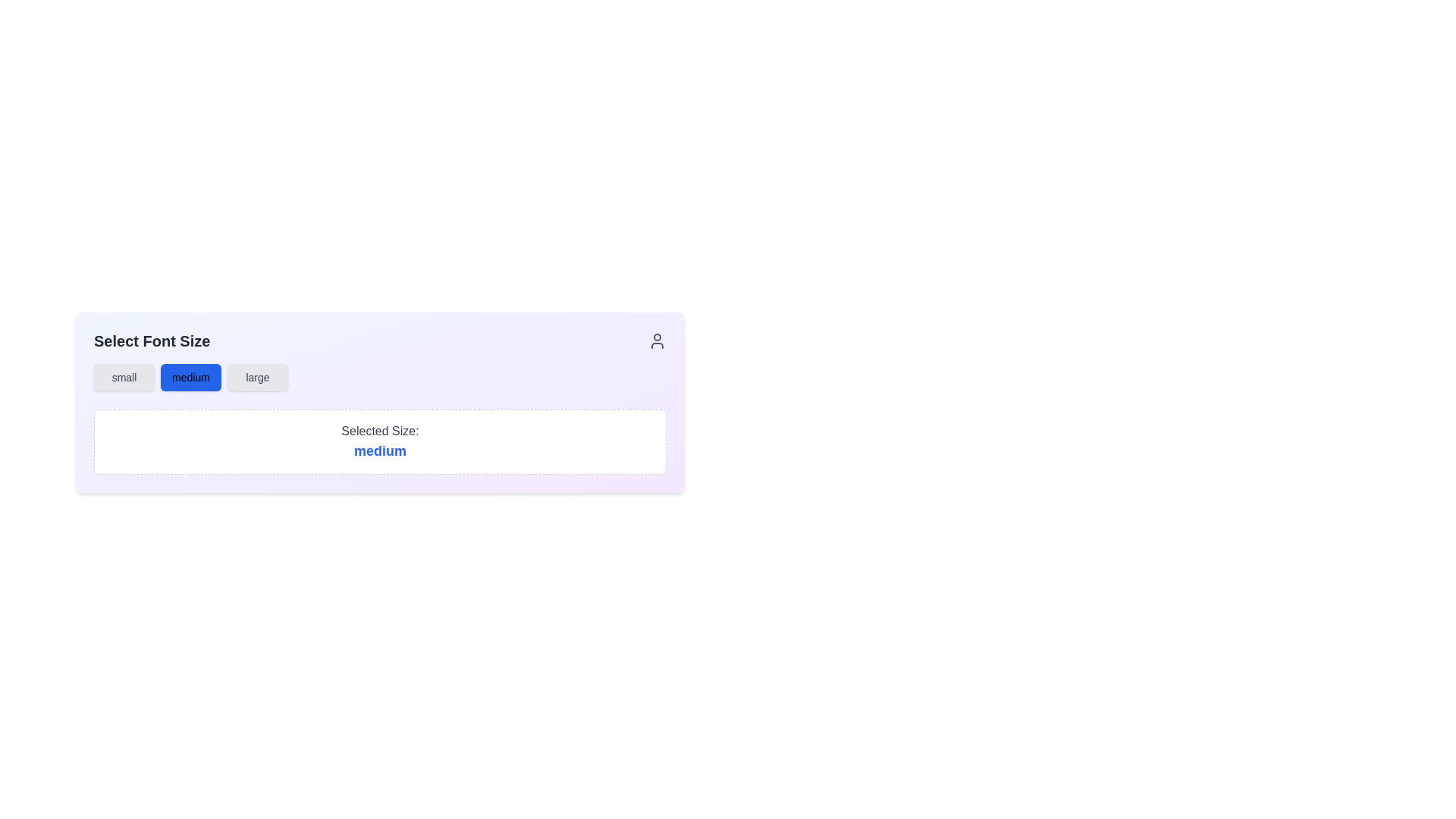 The width and height of the screenshot is (1456, 819). What do you see at coordinates (152, 341) in the screenshot?
I see `the 'Select Font Size' text label, which is a large, bold, dark gray header positioned at the top of its section` at bounding box center [152, 341].